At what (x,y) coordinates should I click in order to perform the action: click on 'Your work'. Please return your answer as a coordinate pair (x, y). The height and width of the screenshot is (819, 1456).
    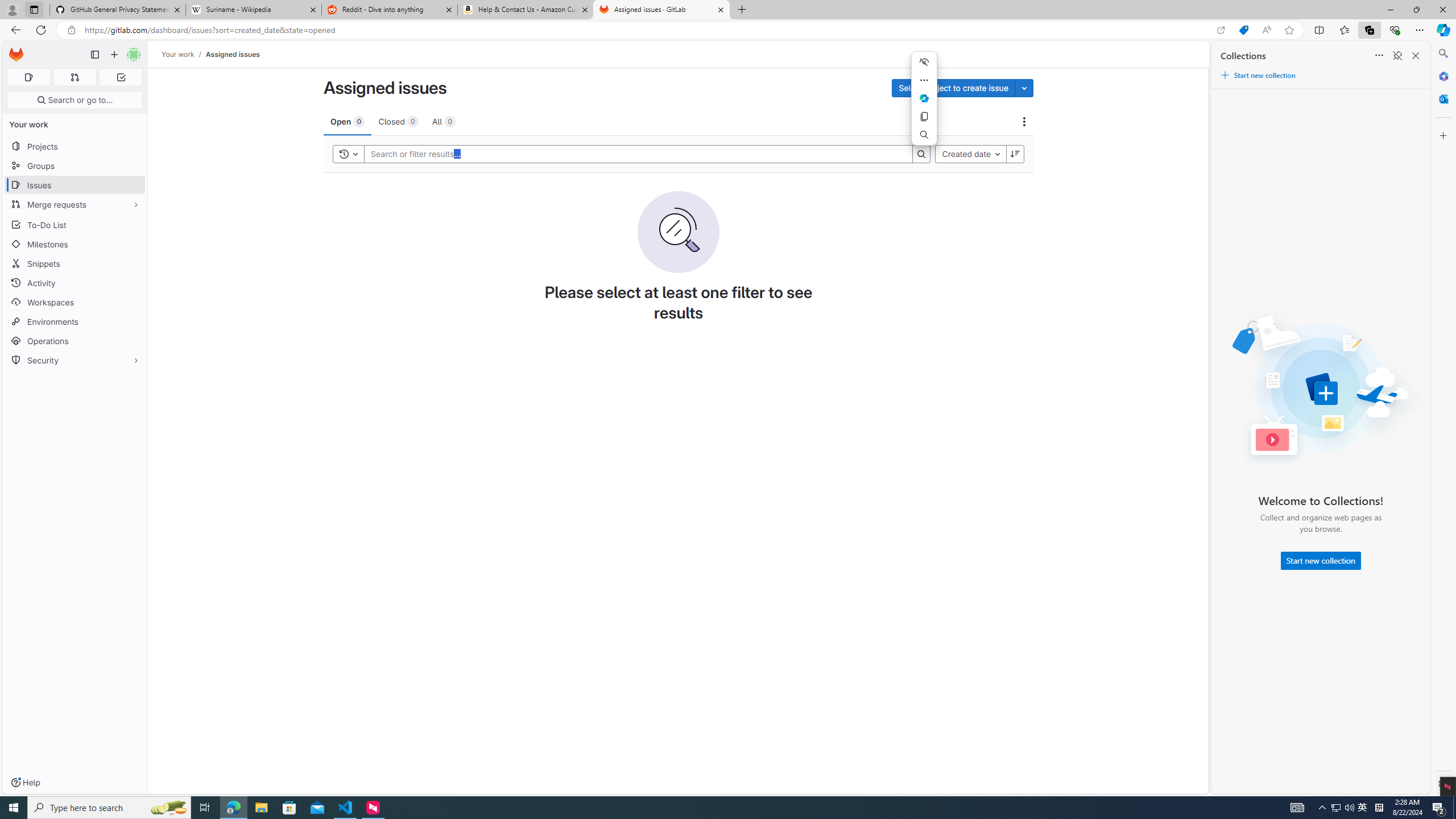
    Looking at the image, I should click on (178, 54).